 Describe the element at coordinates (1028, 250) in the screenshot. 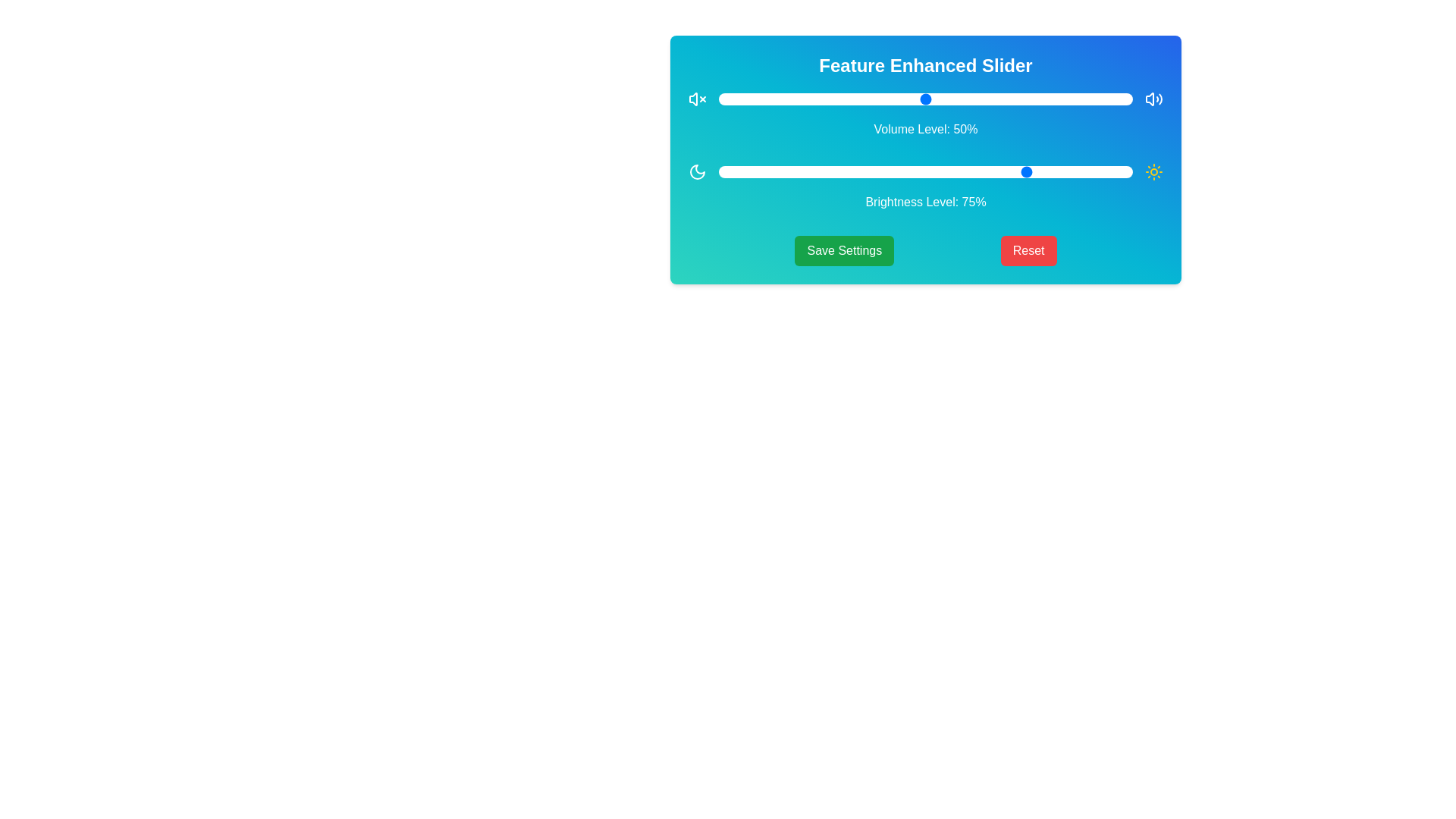

I see `the red 'Reset' button with white text to reset settings, located in the bottom-right area of the card interface next to the 'Save Settings' button` at that location.